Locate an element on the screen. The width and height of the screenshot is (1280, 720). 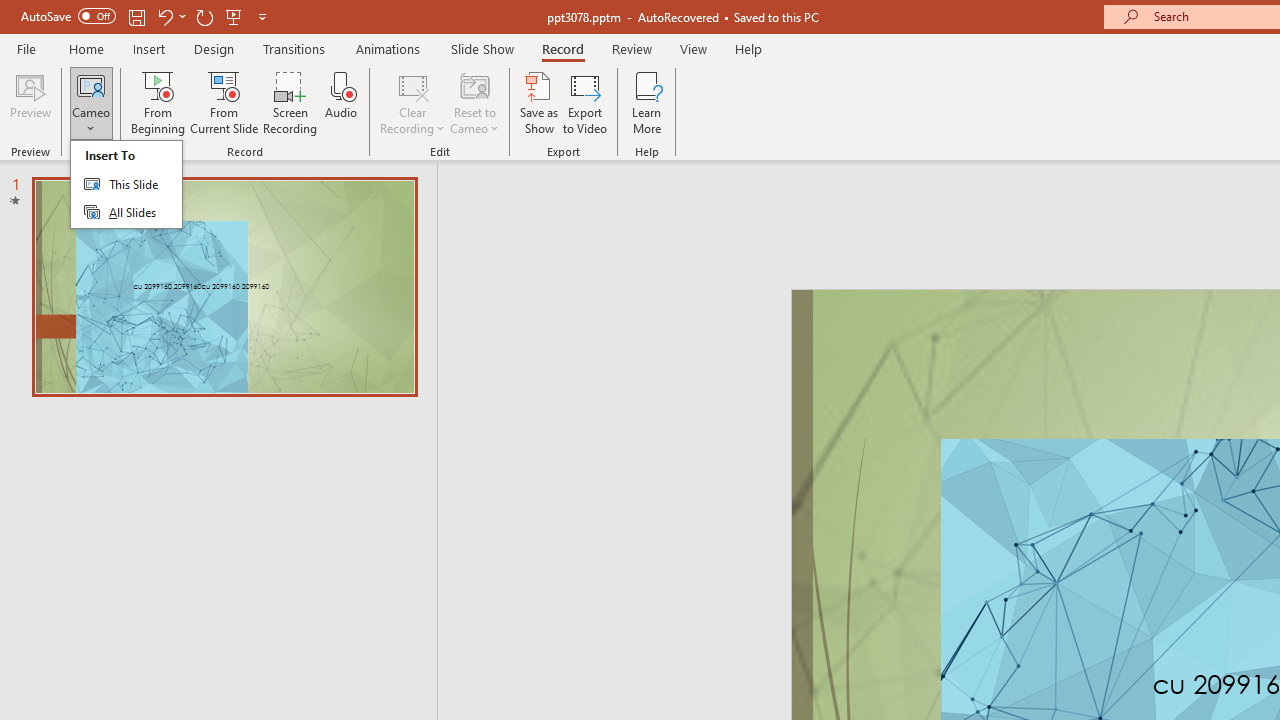
'Preview' is located at coordinates (30, 103).